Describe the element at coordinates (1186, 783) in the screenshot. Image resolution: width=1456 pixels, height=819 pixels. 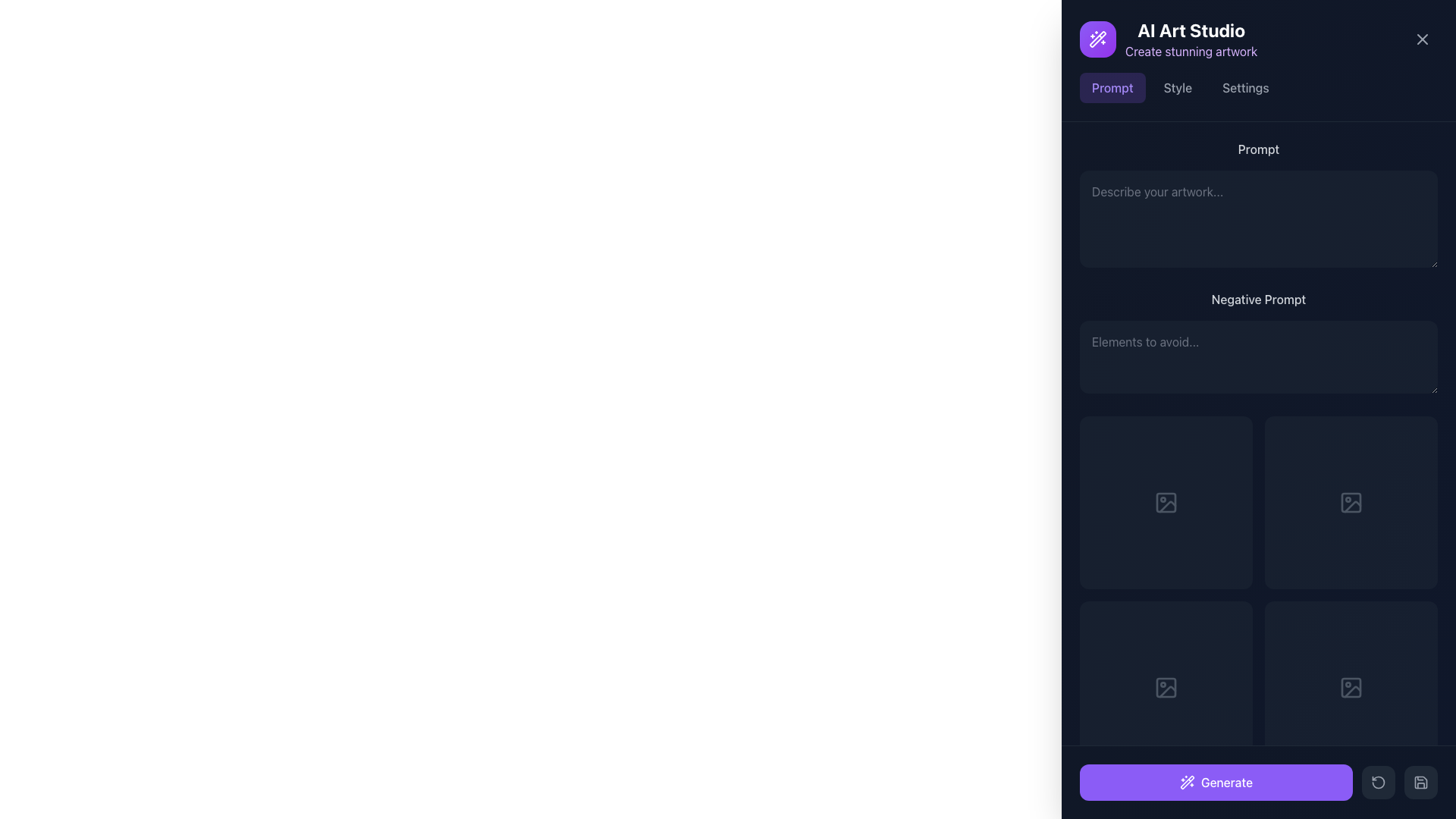
I see `the magic wand icon with sparkles on the 'Generate' button to generate content` at that location.